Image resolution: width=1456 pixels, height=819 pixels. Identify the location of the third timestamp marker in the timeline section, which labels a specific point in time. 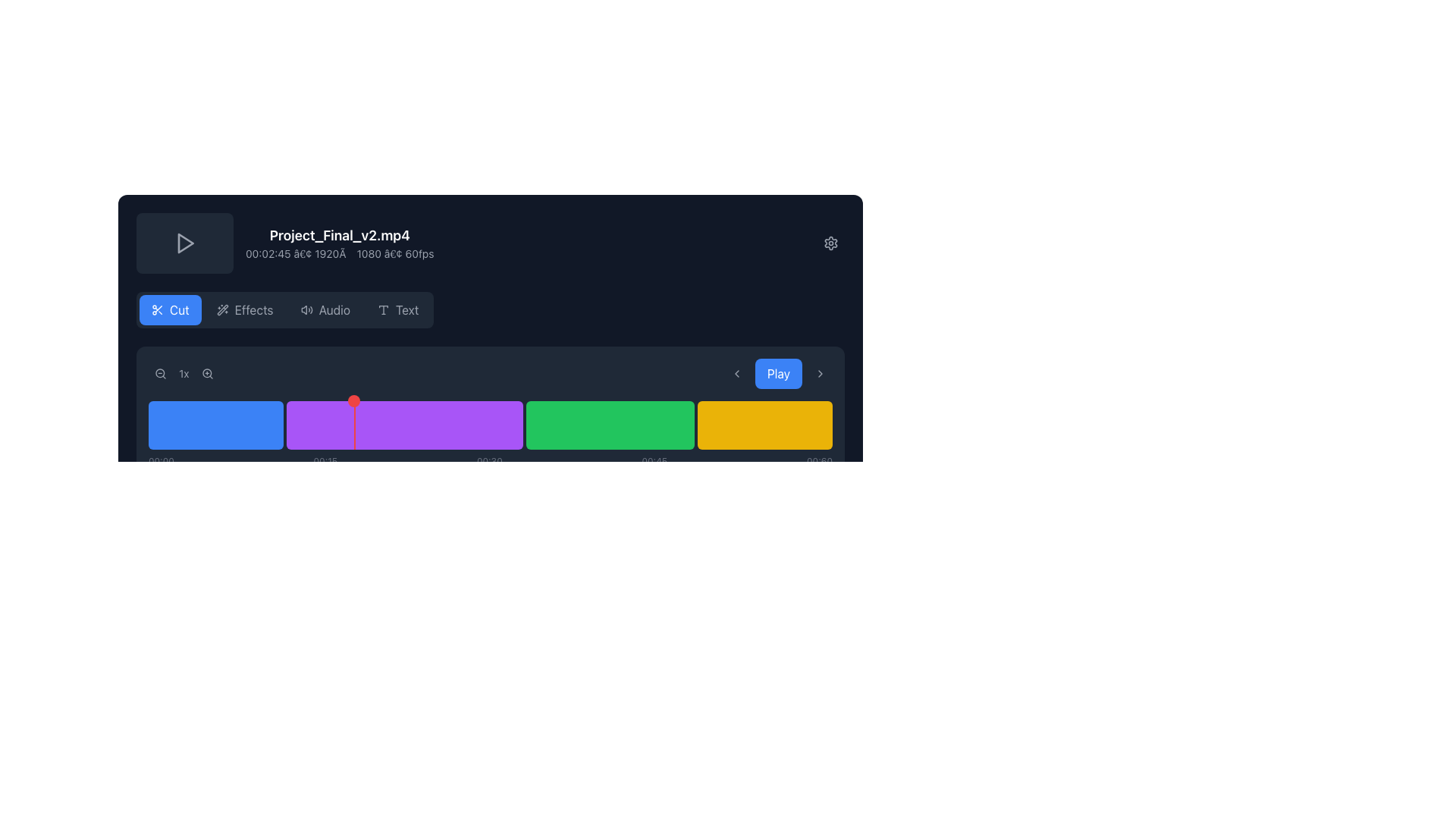
(489, 461).